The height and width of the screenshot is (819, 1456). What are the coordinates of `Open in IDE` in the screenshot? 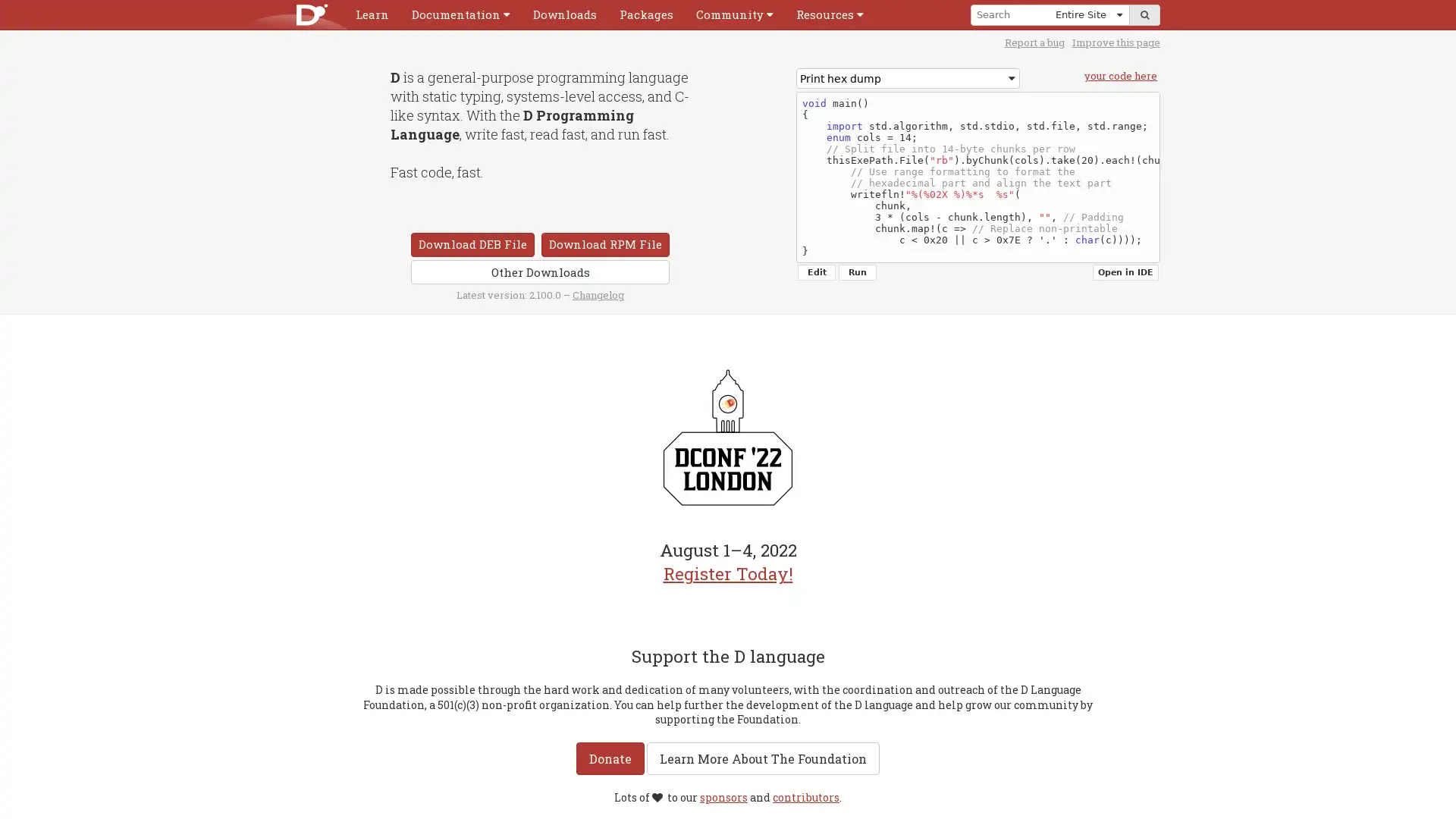 It's located at (1125, 271).